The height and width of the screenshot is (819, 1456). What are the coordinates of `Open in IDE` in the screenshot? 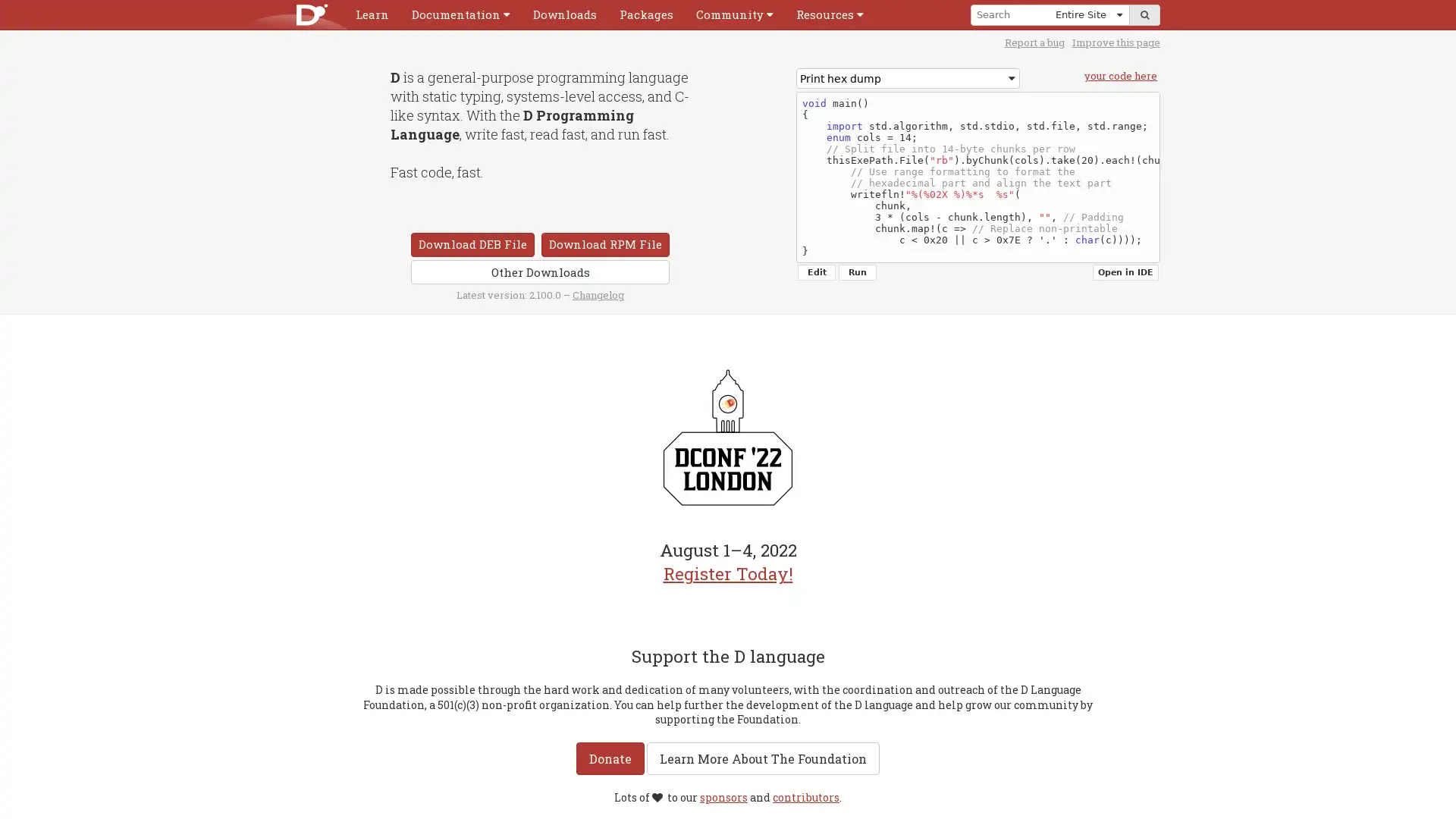 It's located at (1125, 271).